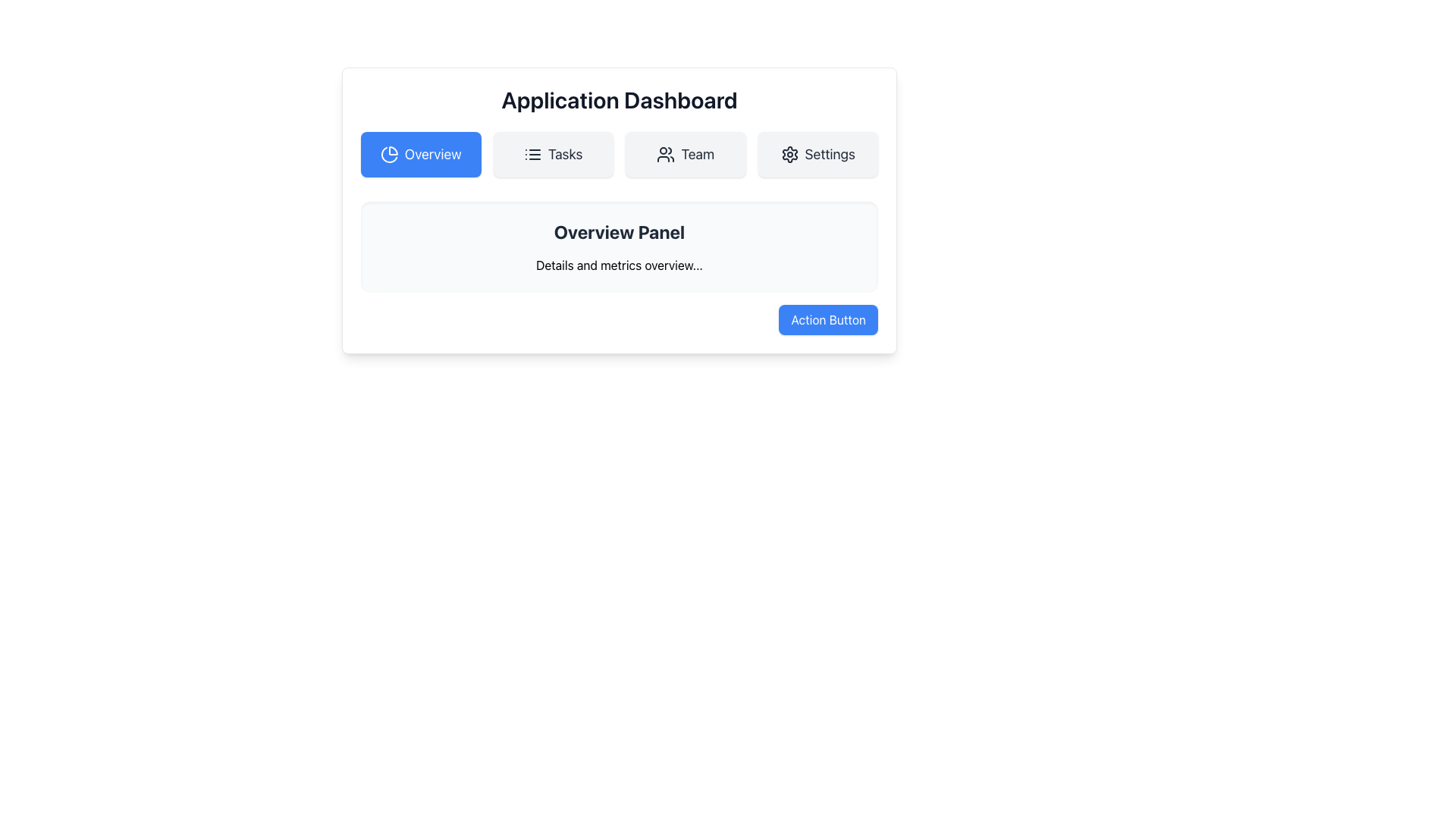 This screenshot has height=819, width=1456. Describe the element at coordinates (389, 155) in the screenshot. I see `the 'Overview' icon (SVG element) which visually represents the 'Overview' functionality, located centrally within the button to the left of the text 'Overview'` at that location.